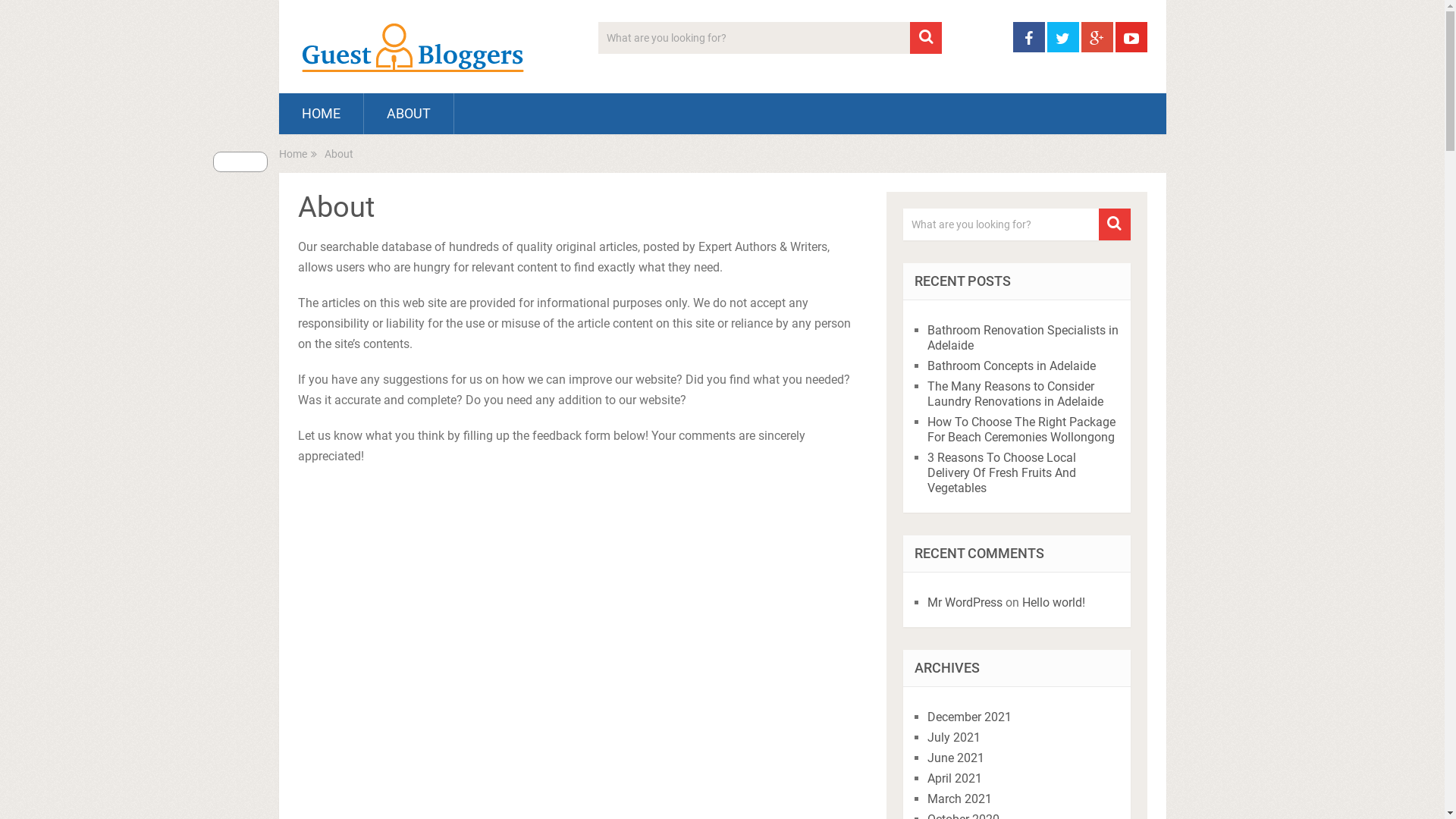 This screenshot has height=819, width=1456. What do you see at coordinates (964, 601) in the screenshot?
I see `'Mr WordPress'` at bounding box center [964, 601].